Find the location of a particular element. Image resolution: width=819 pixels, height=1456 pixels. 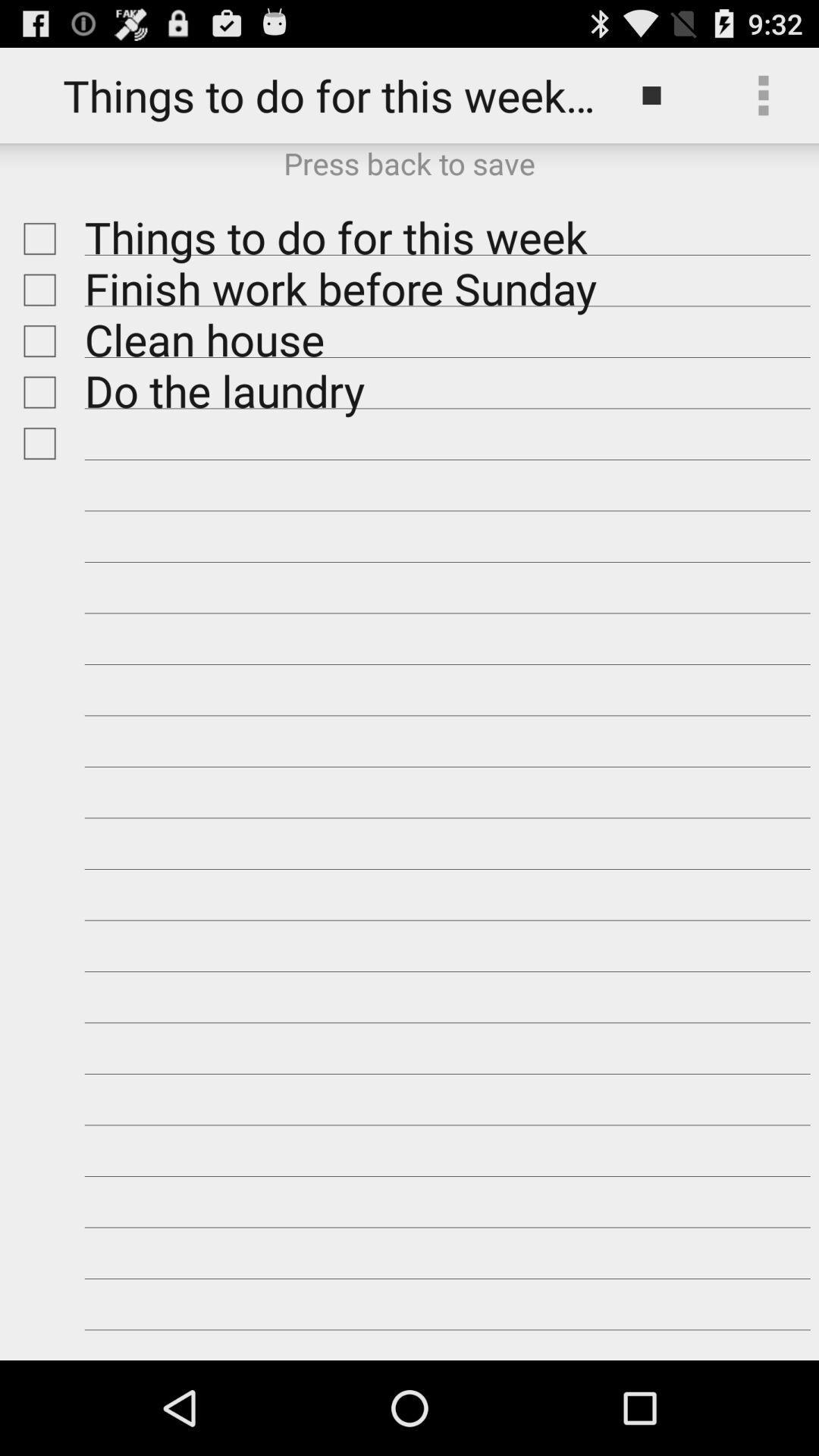

check box when complete is located at coordinates (35, 238).